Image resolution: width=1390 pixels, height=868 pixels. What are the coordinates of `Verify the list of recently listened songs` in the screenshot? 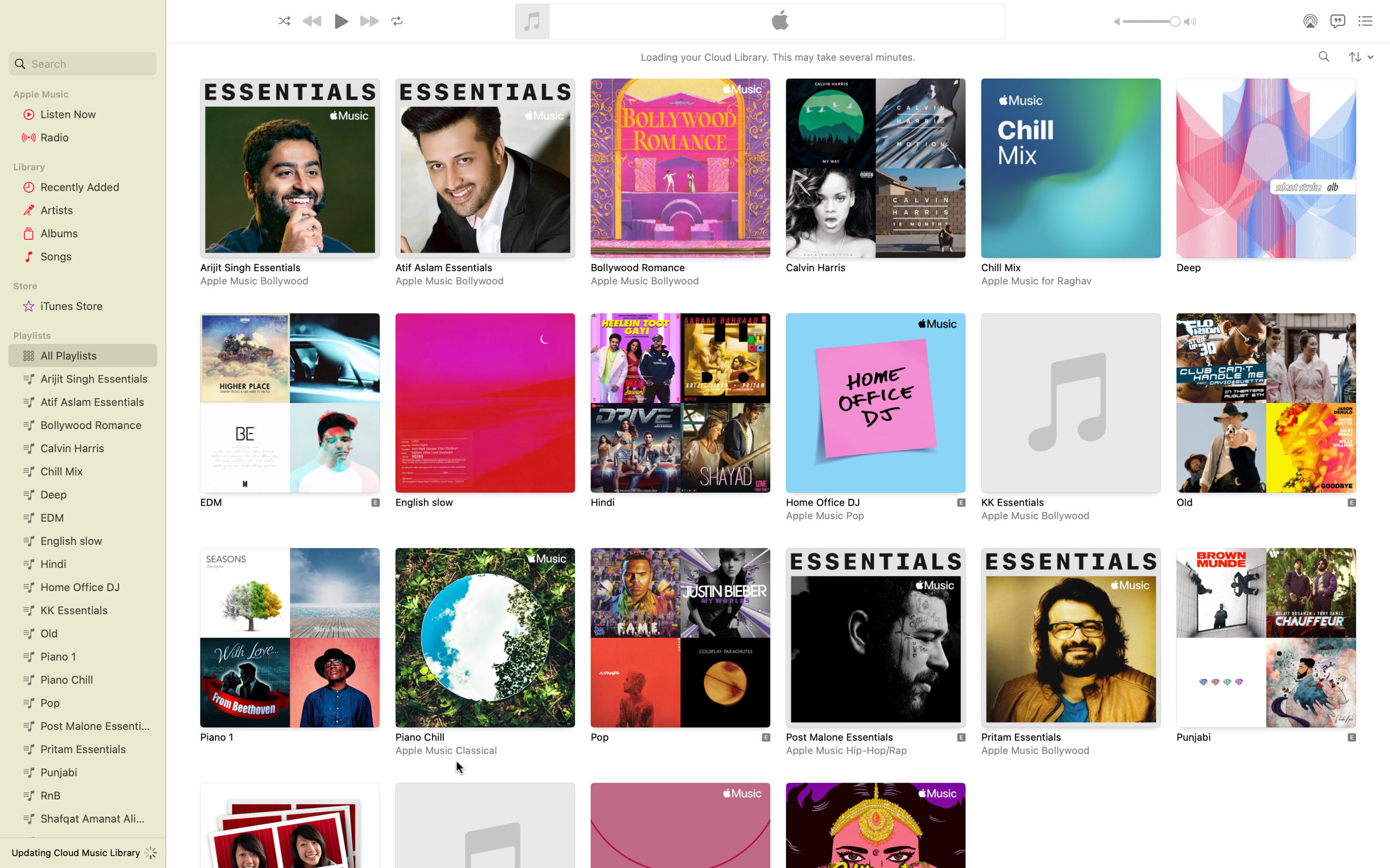 It's located at (80, 187).